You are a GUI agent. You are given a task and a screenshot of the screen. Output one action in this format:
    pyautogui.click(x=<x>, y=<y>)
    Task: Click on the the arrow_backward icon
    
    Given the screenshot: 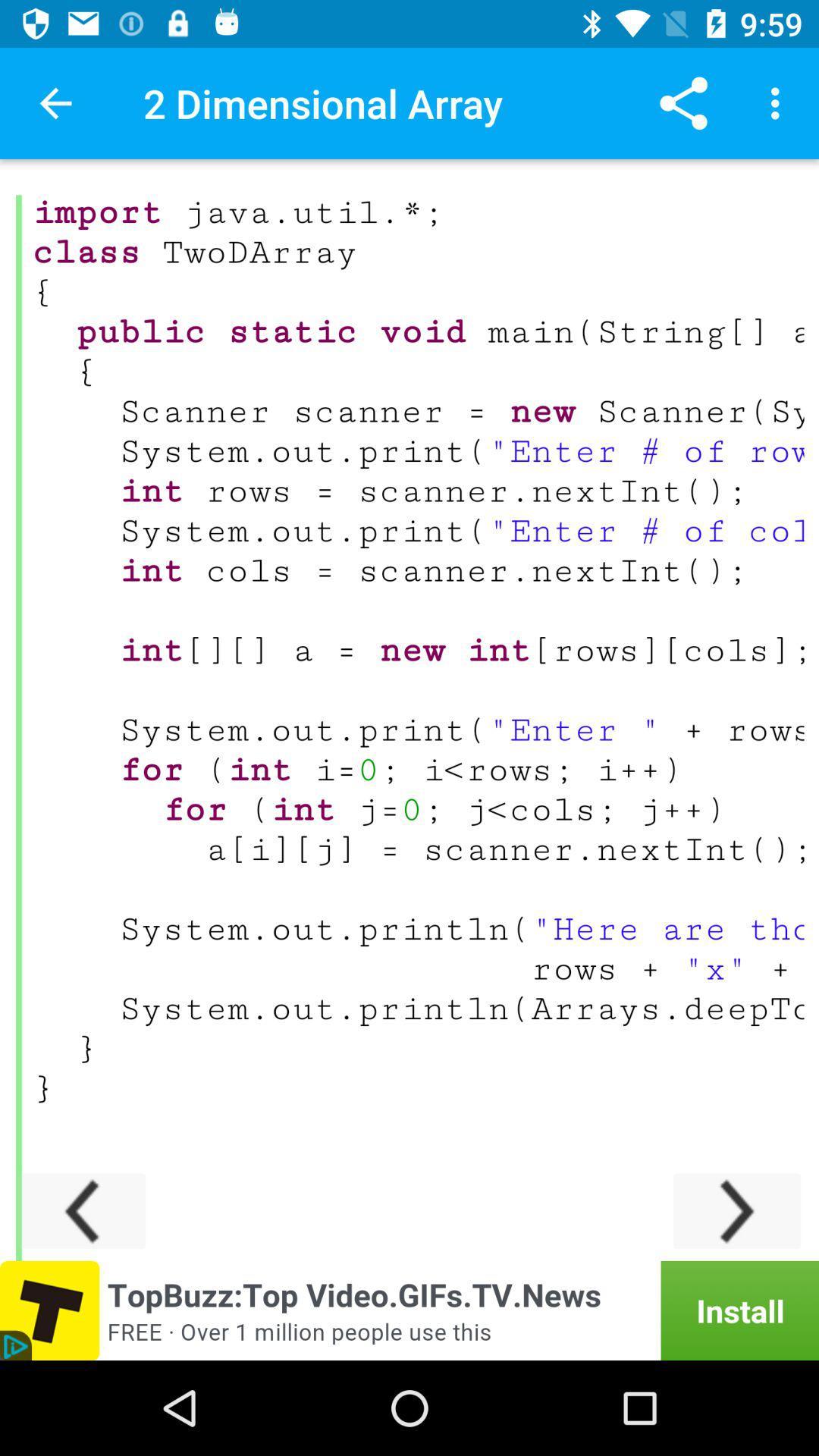 What is the action you would take?
    pyautogui.click(x=82, y=1210)
    